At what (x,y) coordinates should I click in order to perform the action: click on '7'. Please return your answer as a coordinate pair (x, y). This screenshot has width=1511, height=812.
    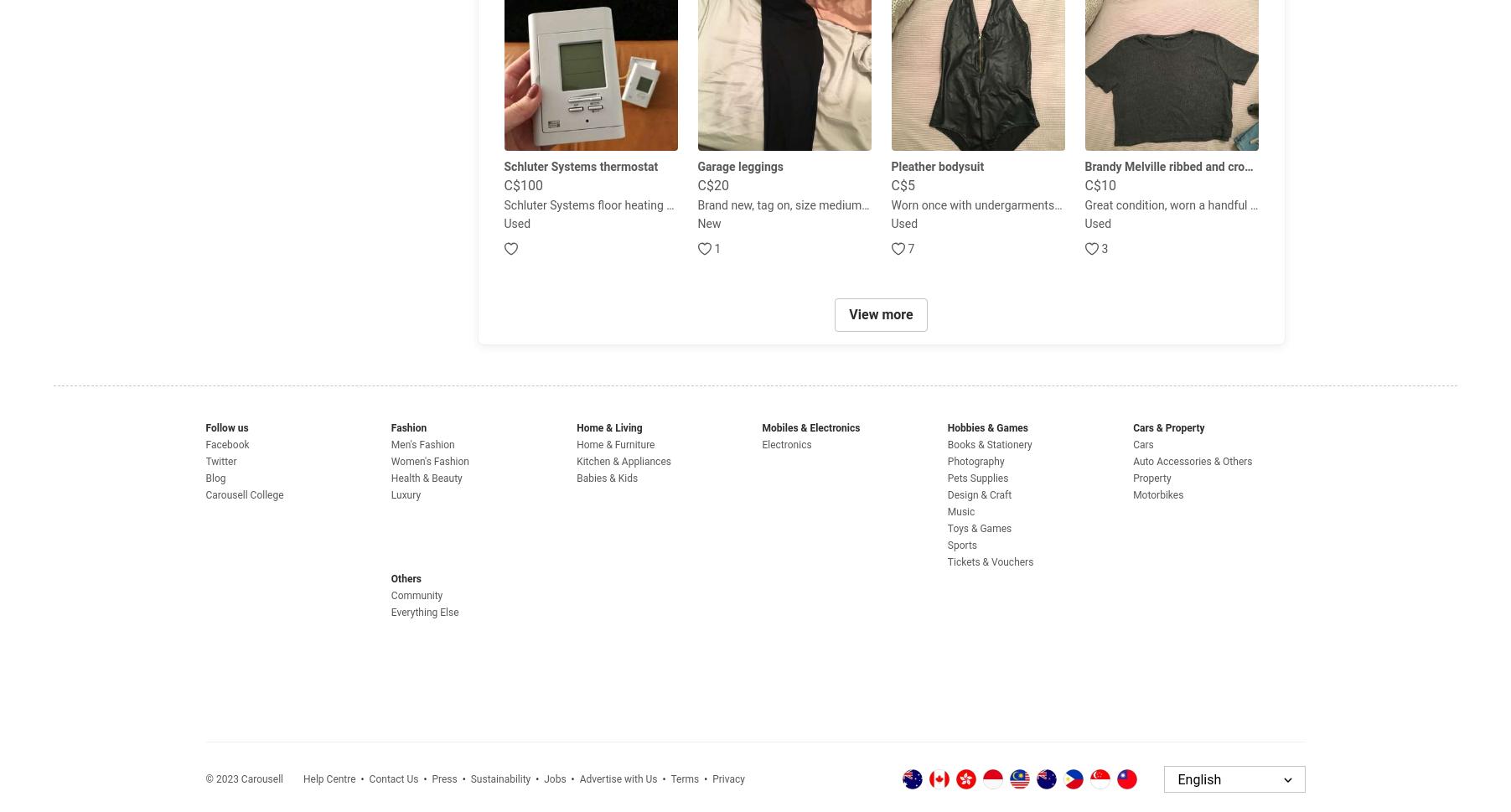
    Looking at the image, I should click on (911, 248).